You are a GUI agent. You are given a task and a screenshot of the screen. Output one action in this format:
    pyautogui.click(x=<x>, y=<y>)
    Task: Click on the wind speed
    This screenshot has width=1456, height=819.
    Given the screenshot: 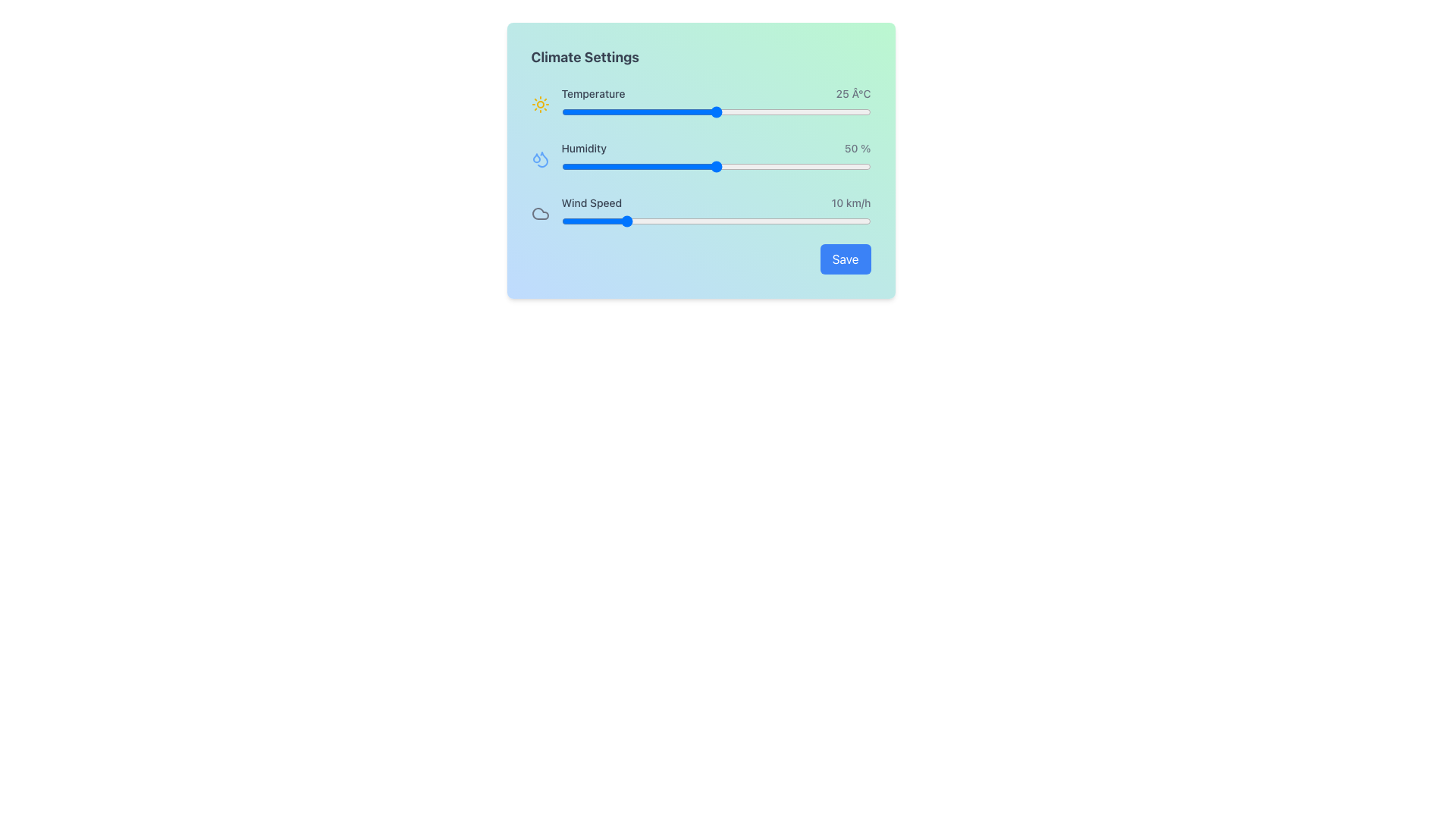 What is the action you would take?
    pyautogui.click(x=784, y=221)
    